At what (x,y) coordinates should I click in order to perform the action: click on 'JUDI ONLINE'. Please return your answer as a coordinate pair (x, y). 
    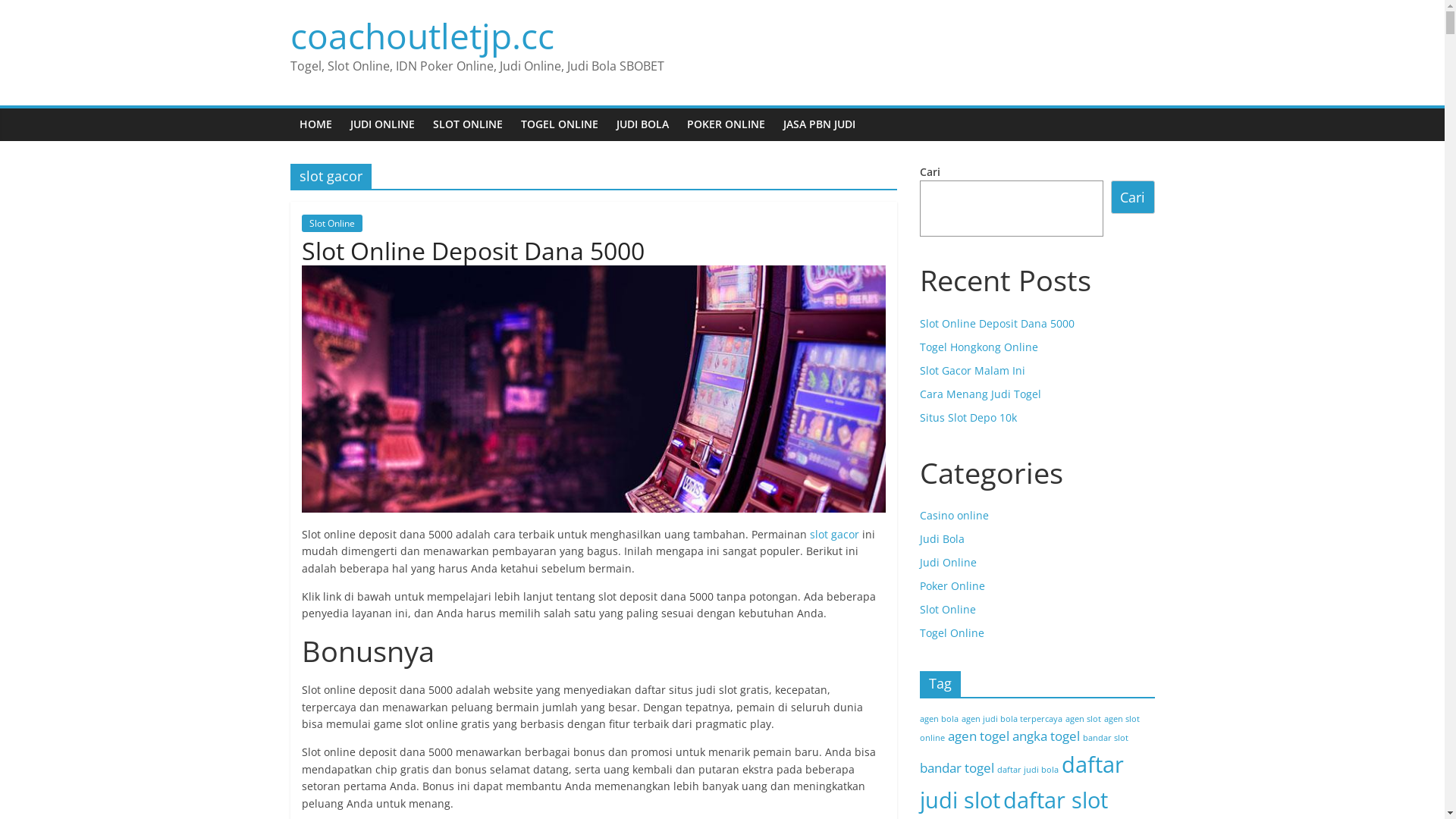
    Looking at the image, I should click on (340, 124).